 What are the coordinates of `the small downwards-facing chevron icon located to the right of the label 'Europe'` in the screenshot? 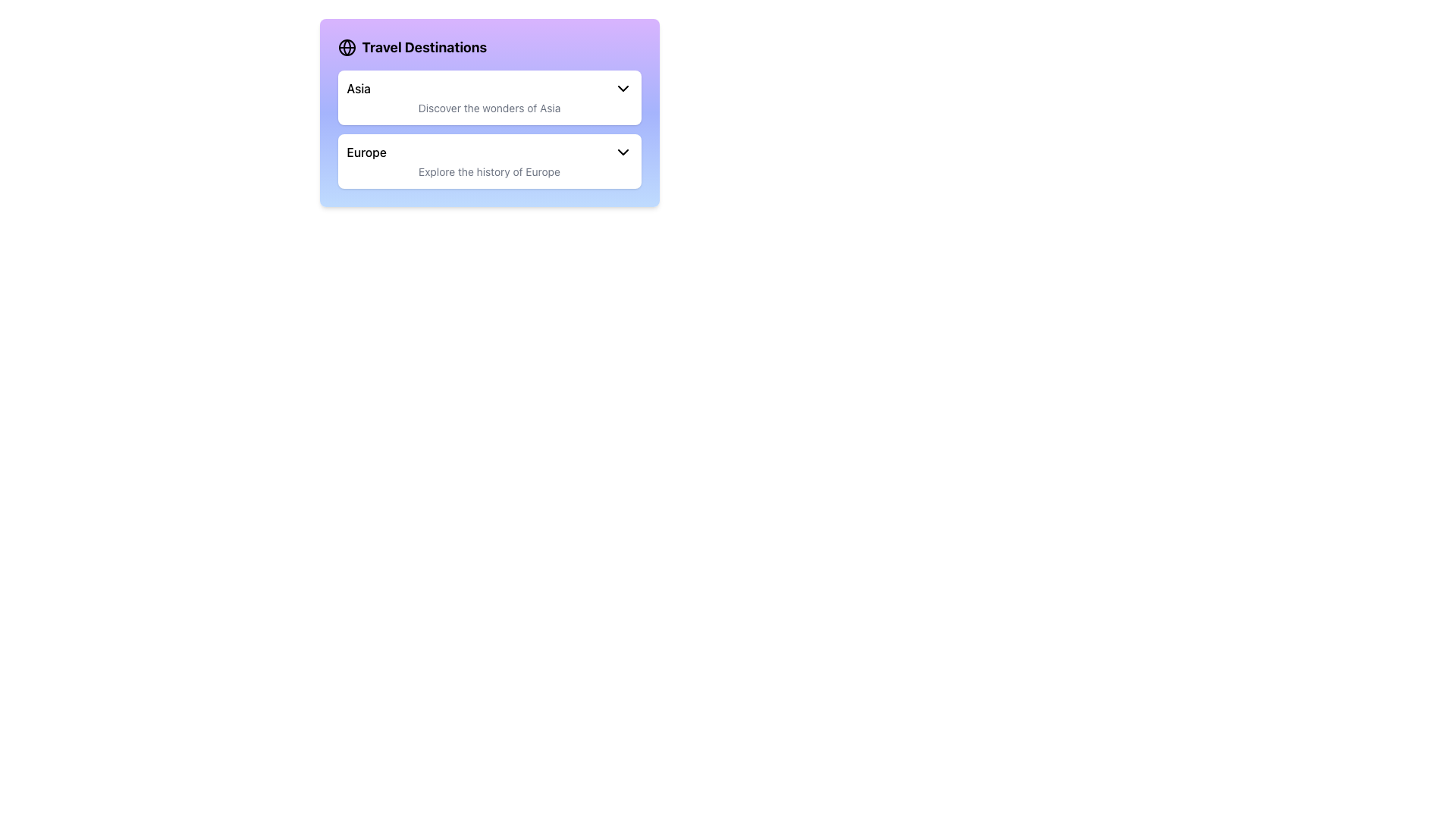 It's located at (623, 152).